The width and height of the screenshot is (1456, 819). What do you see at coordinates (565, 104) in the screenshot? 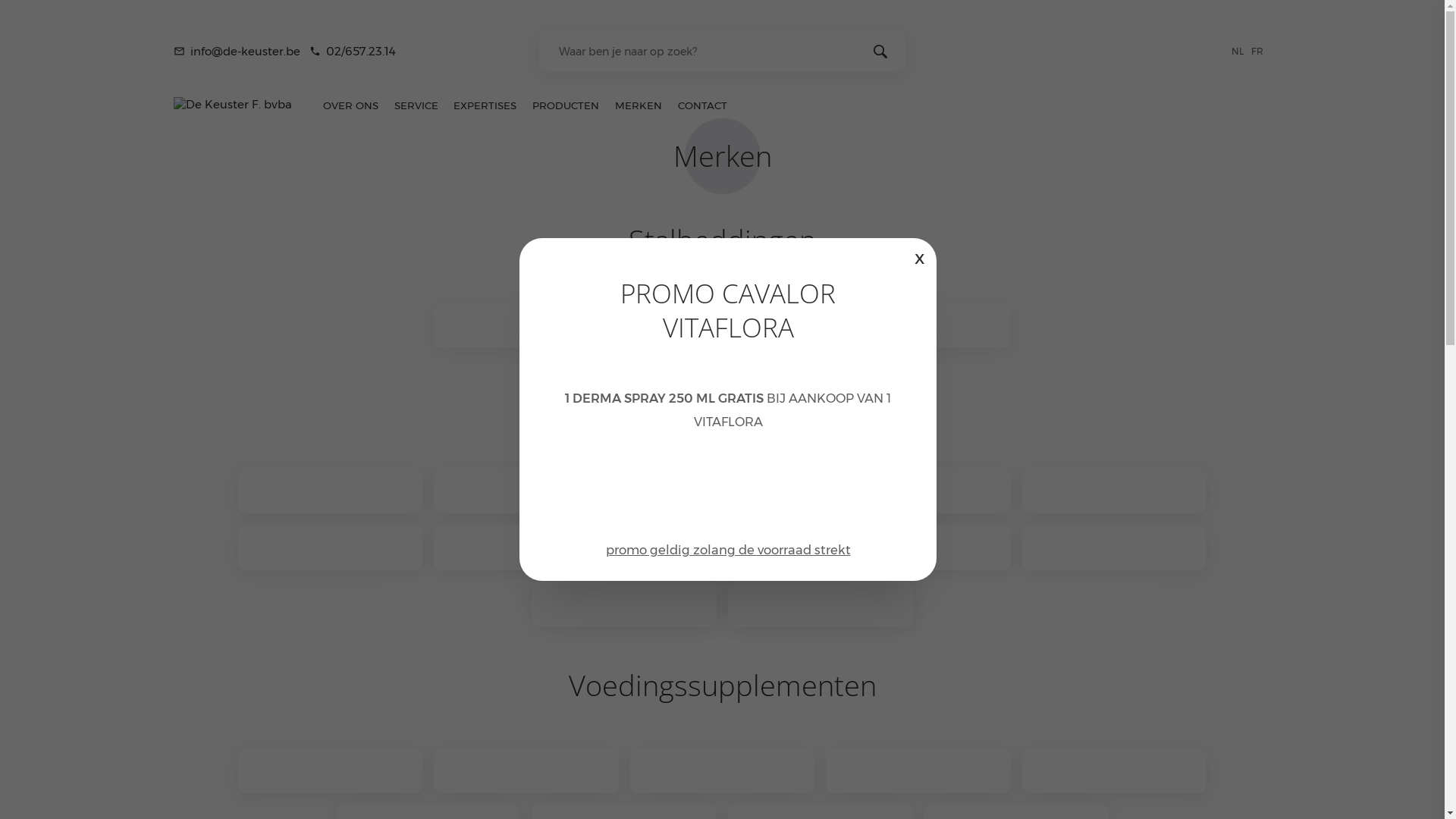
I see `'PRODUCTEN'` at bounding box center [565, 104].